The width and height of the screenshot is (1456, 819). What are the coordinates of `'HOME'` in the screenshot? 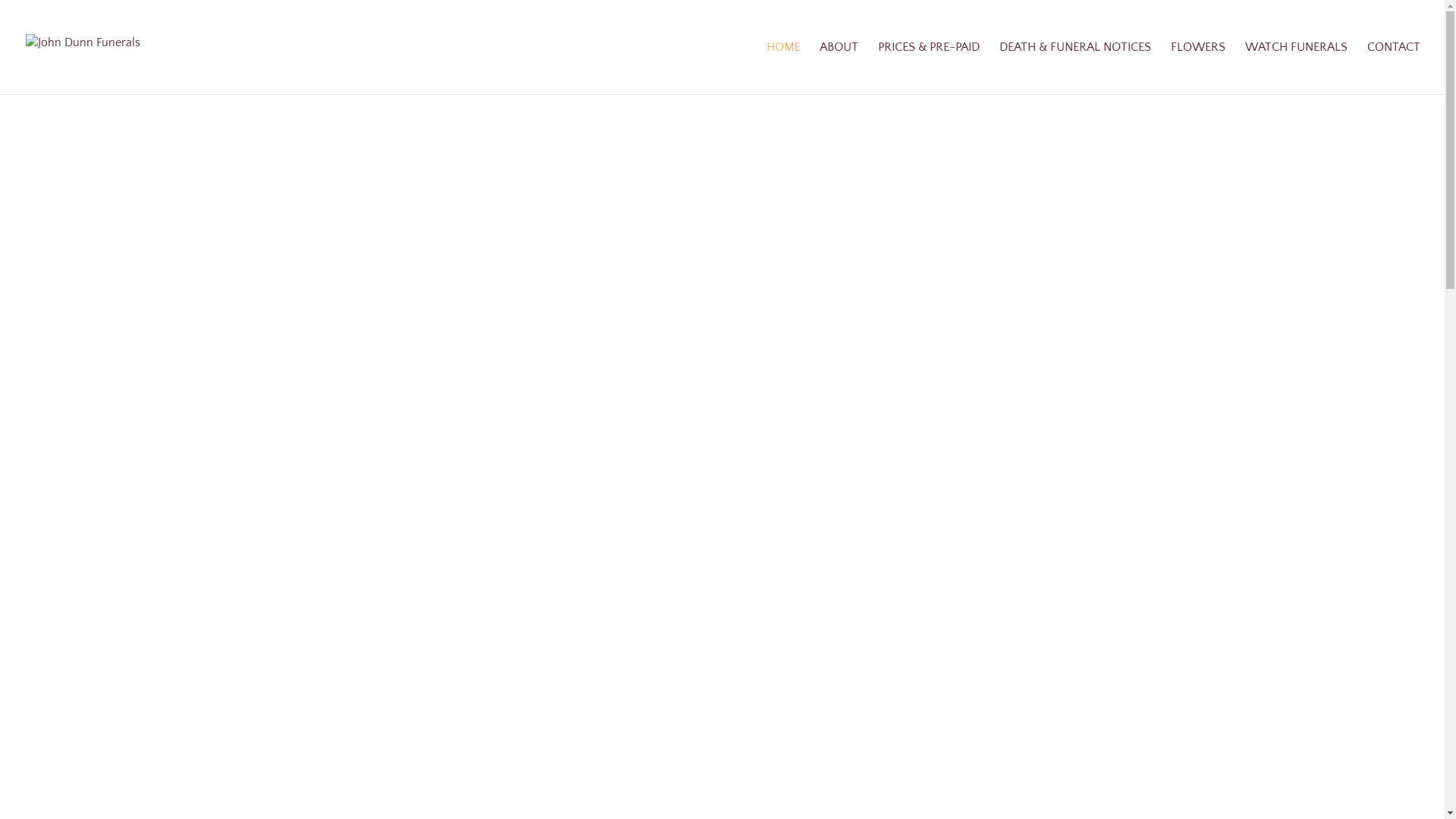 It's located at (783, 67).